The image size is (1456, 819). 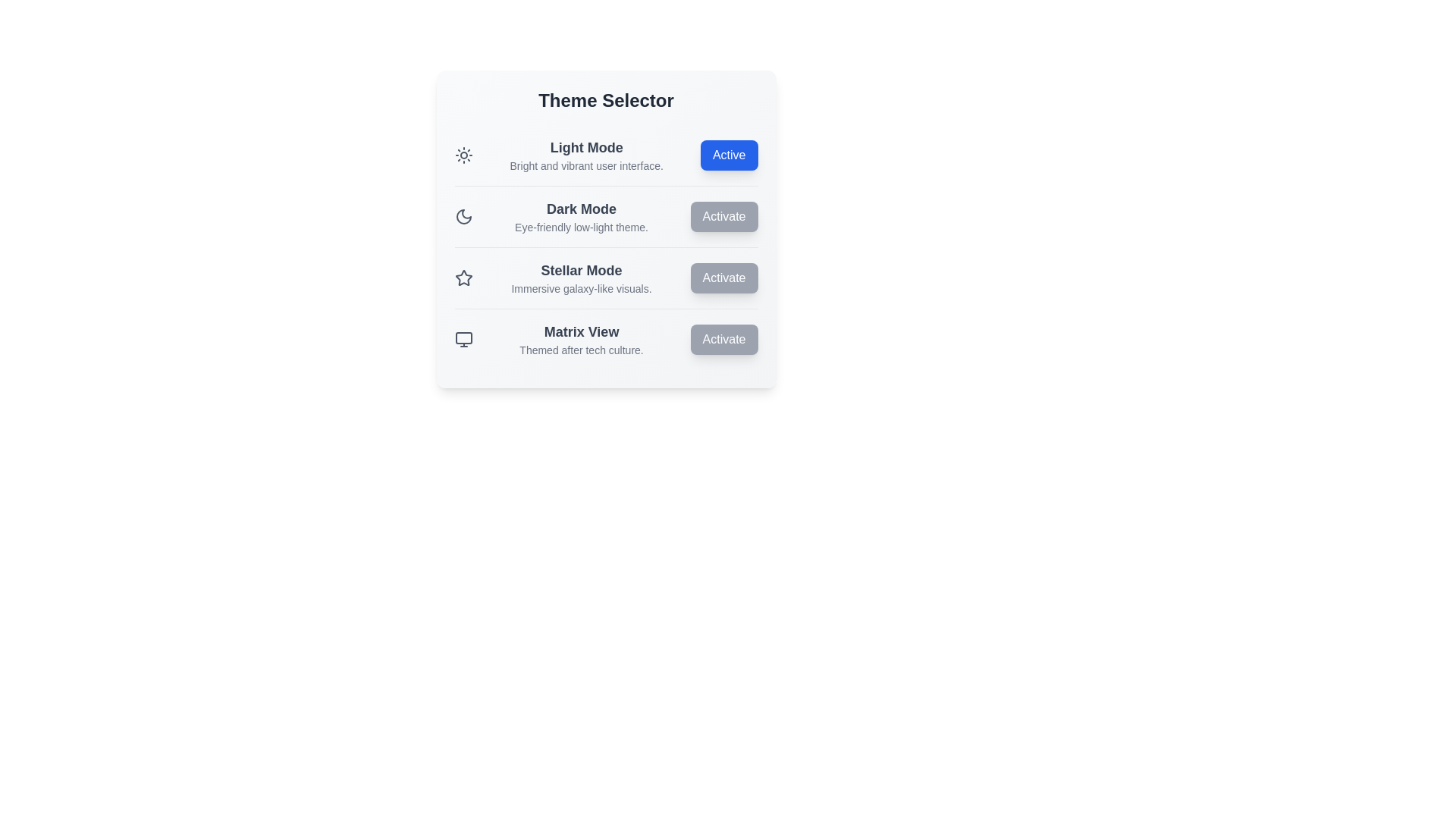 I want to click on 'Activate' button for the theme specified by Matrix View, so click(x=723, y=338).